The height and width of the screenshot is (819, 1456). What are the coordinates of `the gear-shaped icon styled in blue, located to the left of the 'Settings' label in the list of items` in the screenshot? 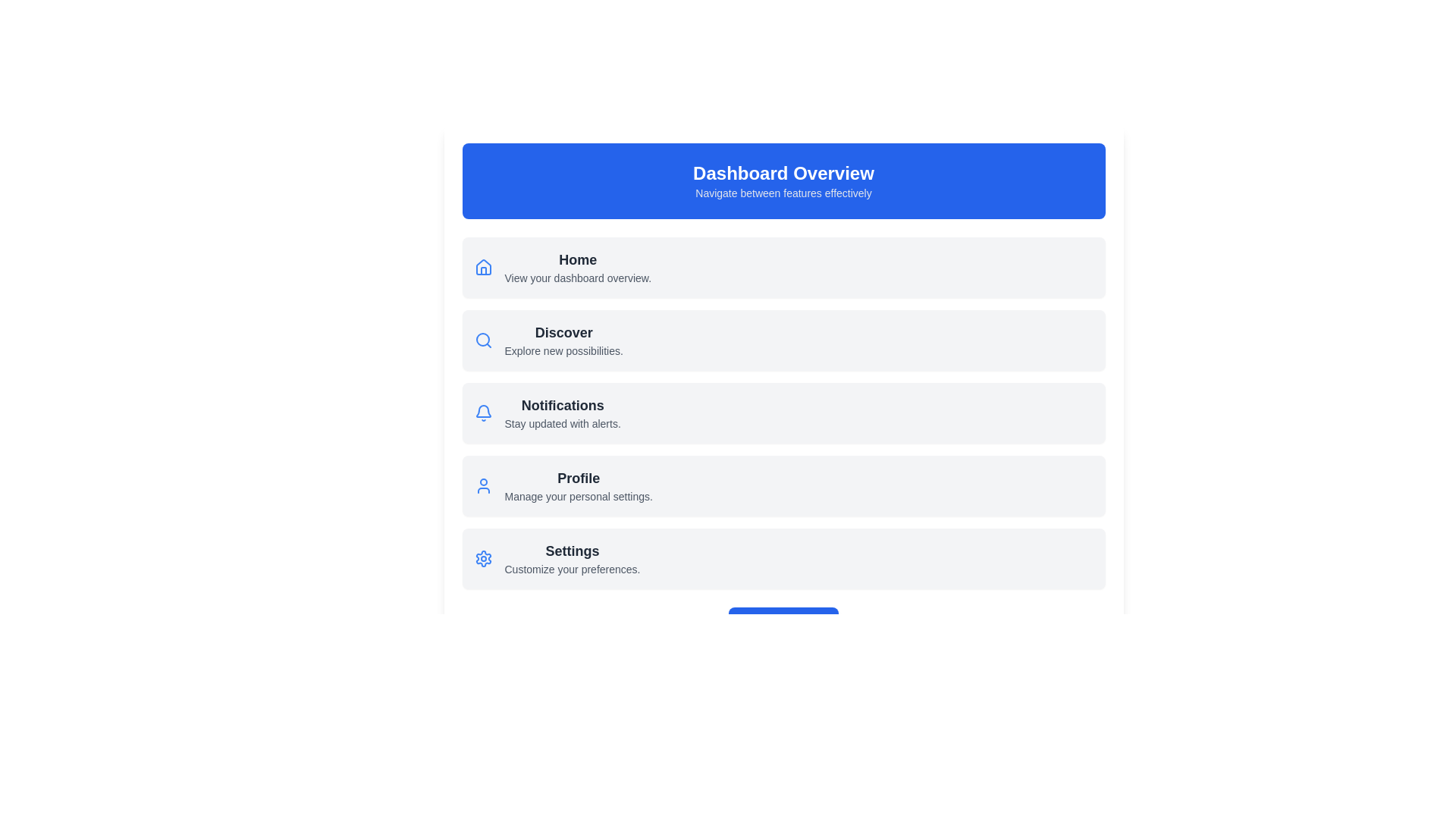 It's located at (482, 558).